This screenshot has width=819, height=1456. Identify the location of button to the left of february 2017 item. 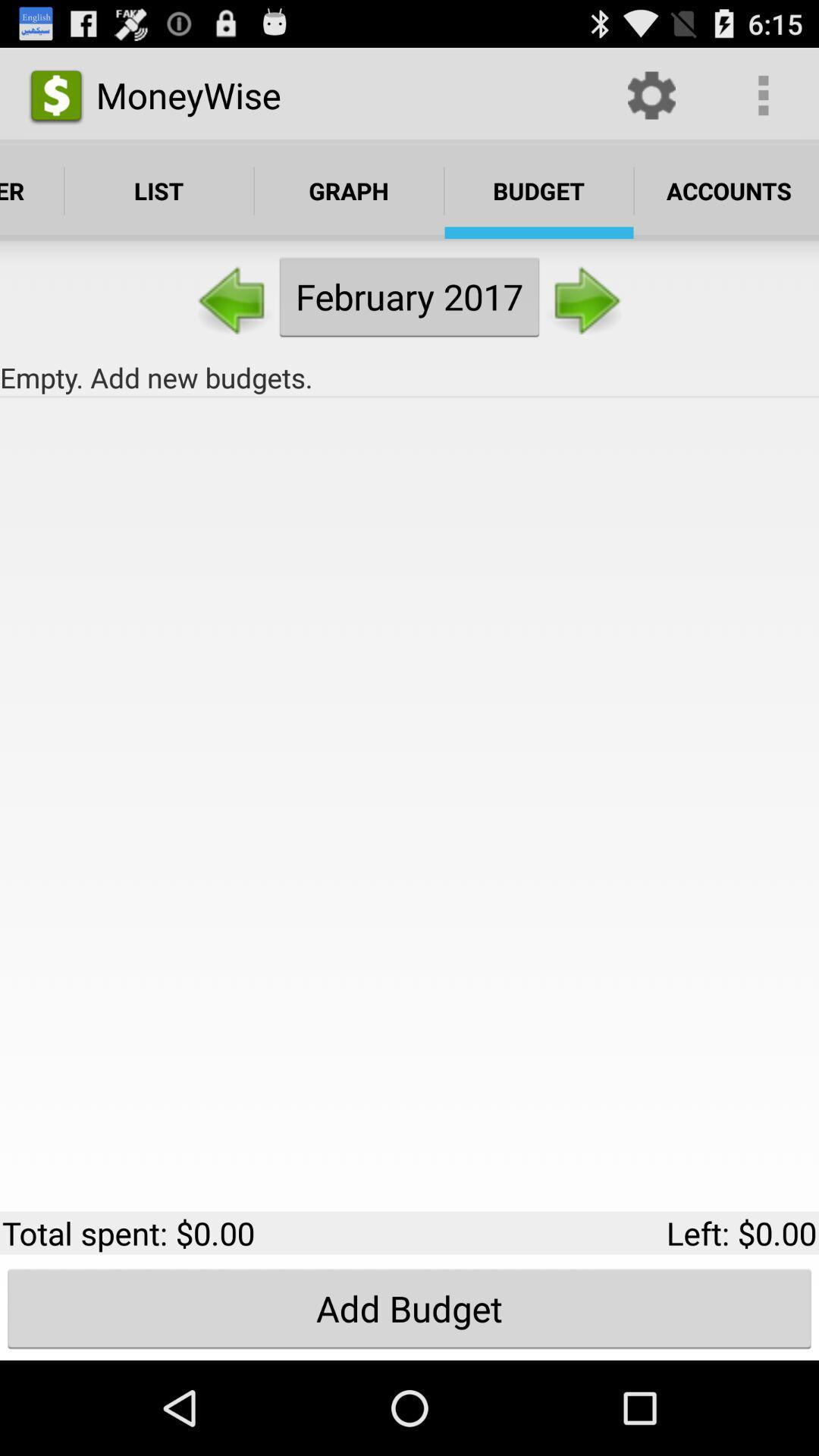
(234, 297).